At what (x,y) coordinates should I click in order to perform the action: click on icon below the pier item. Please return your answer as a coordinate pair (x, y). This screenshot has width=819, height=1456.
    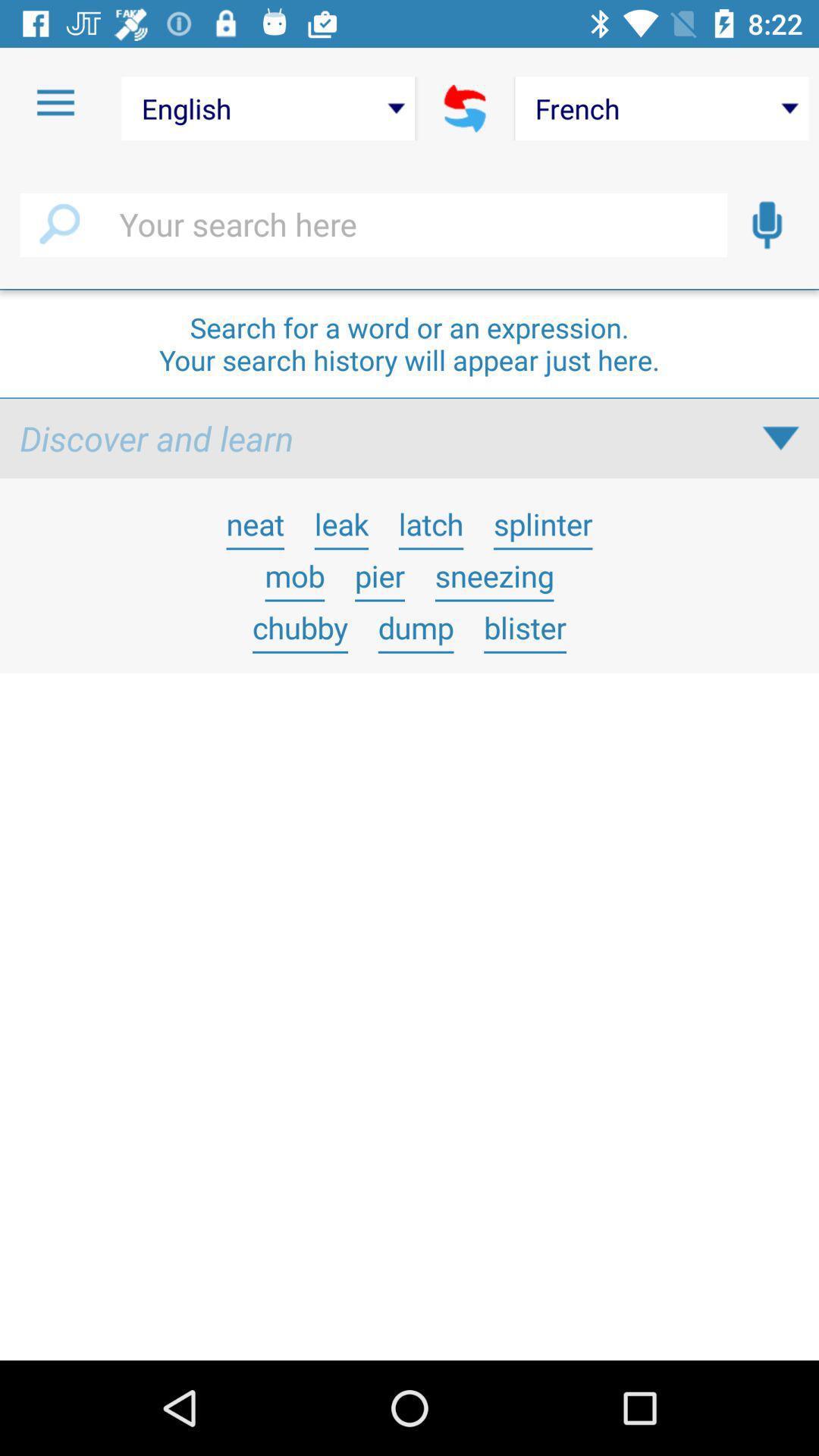
    Looking at the image, I should click on (416, 627).